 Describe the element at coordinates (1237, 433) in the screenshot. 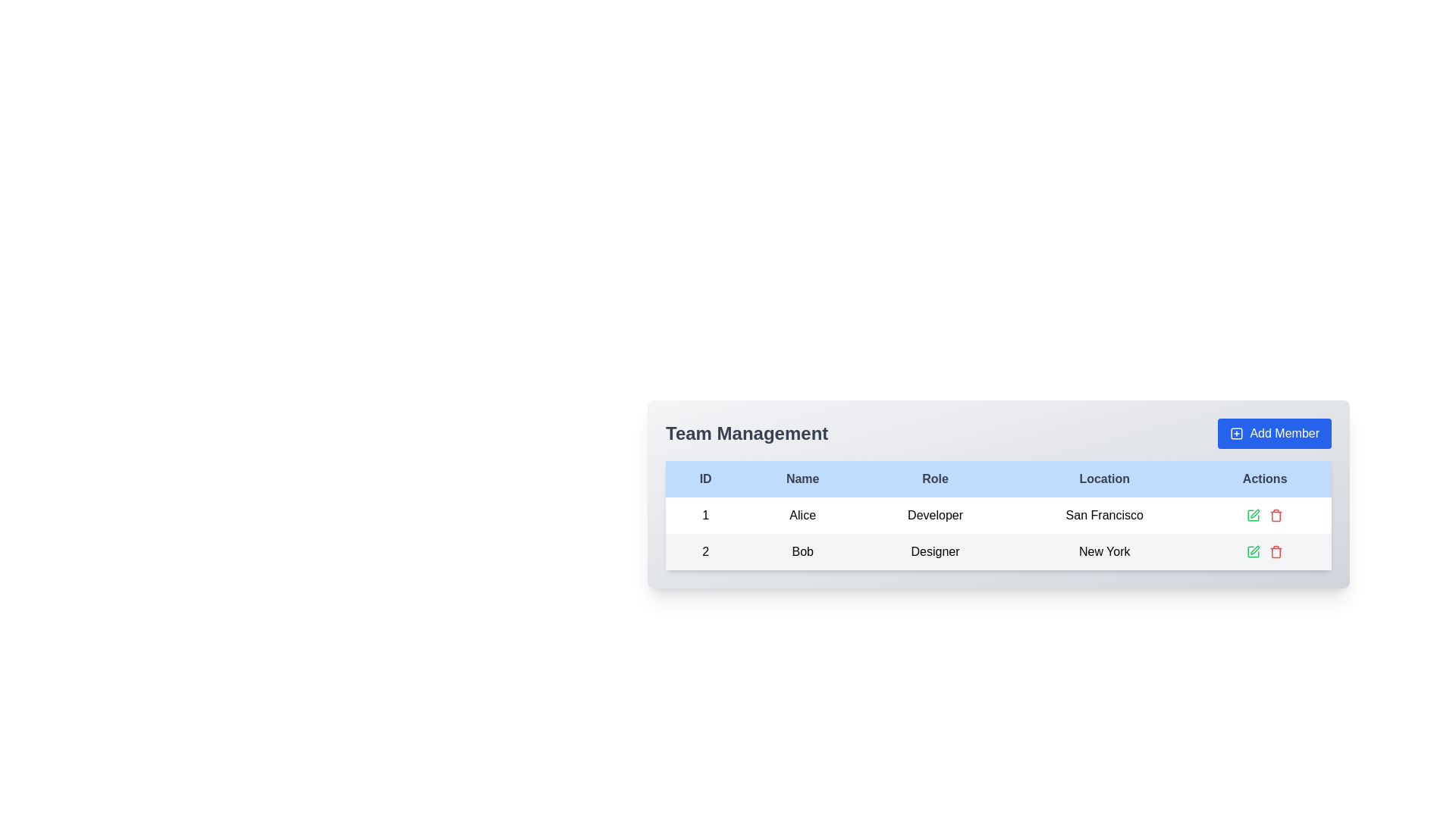

I see `the 'Add Member' button which is visually represented by an icon containing a rounded rectangle SVG decoration and a '+' symbol located at the top-right corner of the table interface` at that location.